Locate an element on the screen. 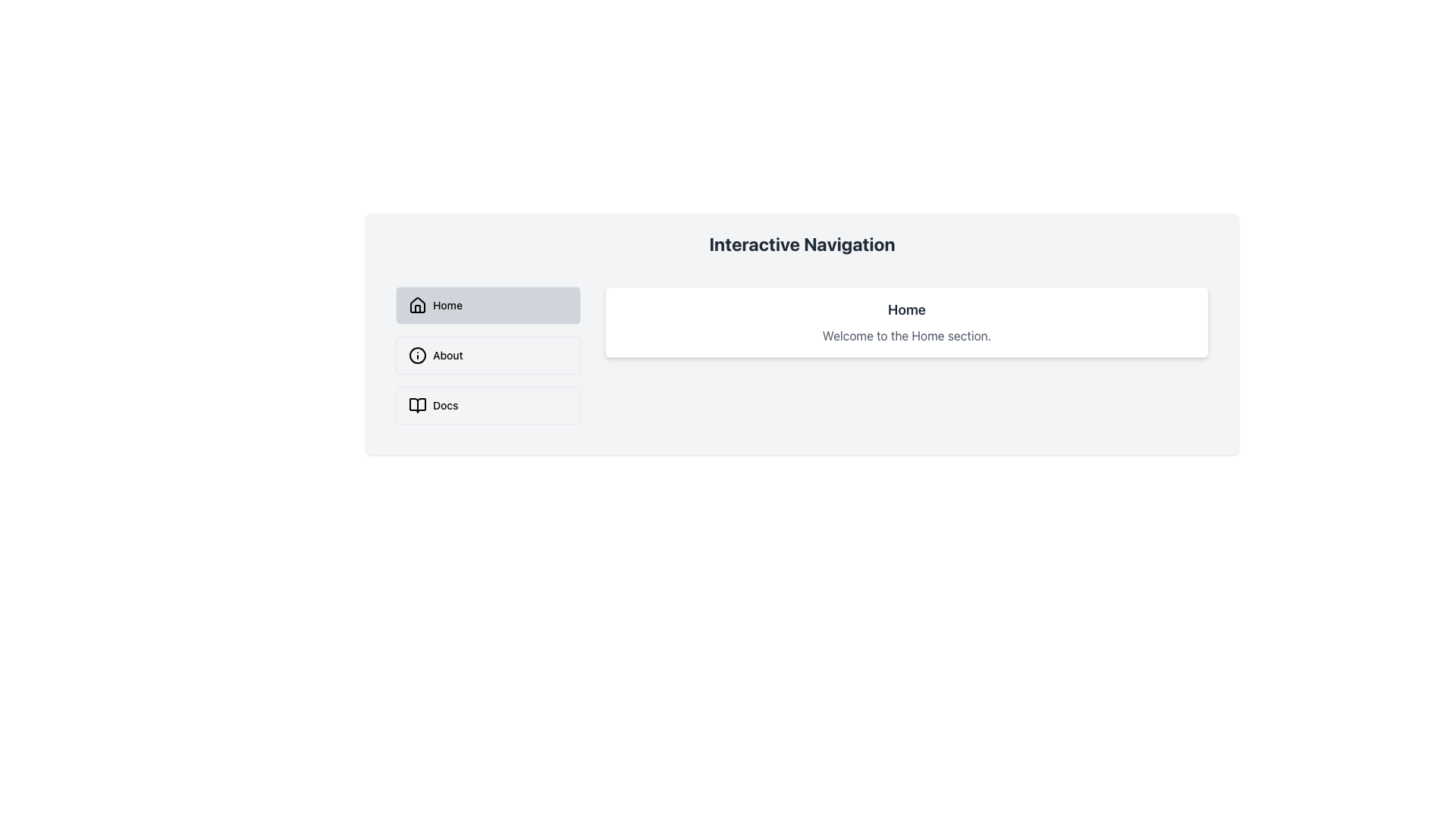  the Static Text that provides descriptive information or a welcome message regarding the 'Home' section, which is centrally positioned within the white card in the main content area of the interface is located at coordinates (906, 335).